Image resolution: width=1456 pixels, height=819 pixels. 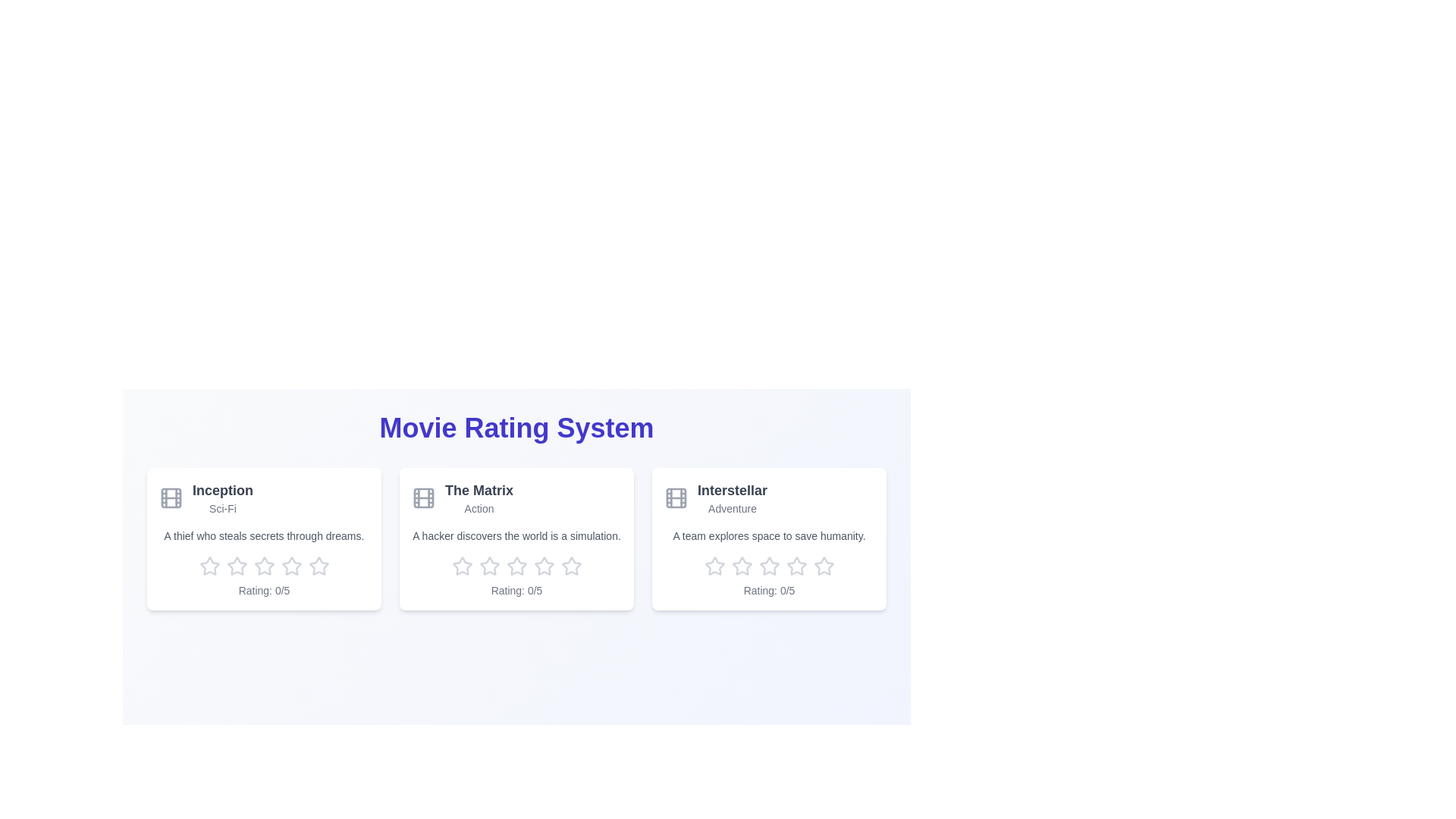 What do you see at coordinates (732, 509) in the screenshot?
I see `the genre of the movie titled 'Interstellar'` at bounding box center [732, 509].